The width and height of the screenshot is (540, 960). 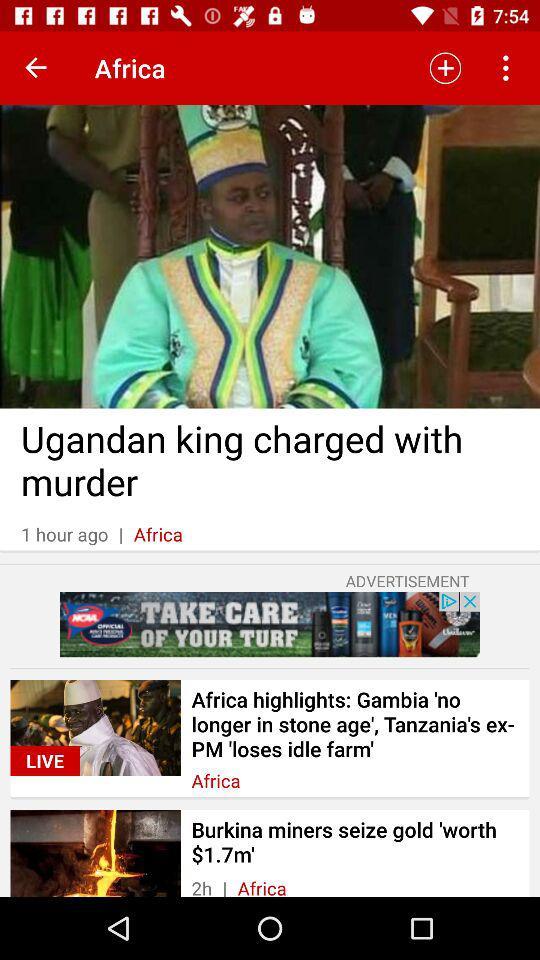 What do you see at coordinates (36, 68) in the screenshot?
I see `goto next page` at bounding box center [36, 68].